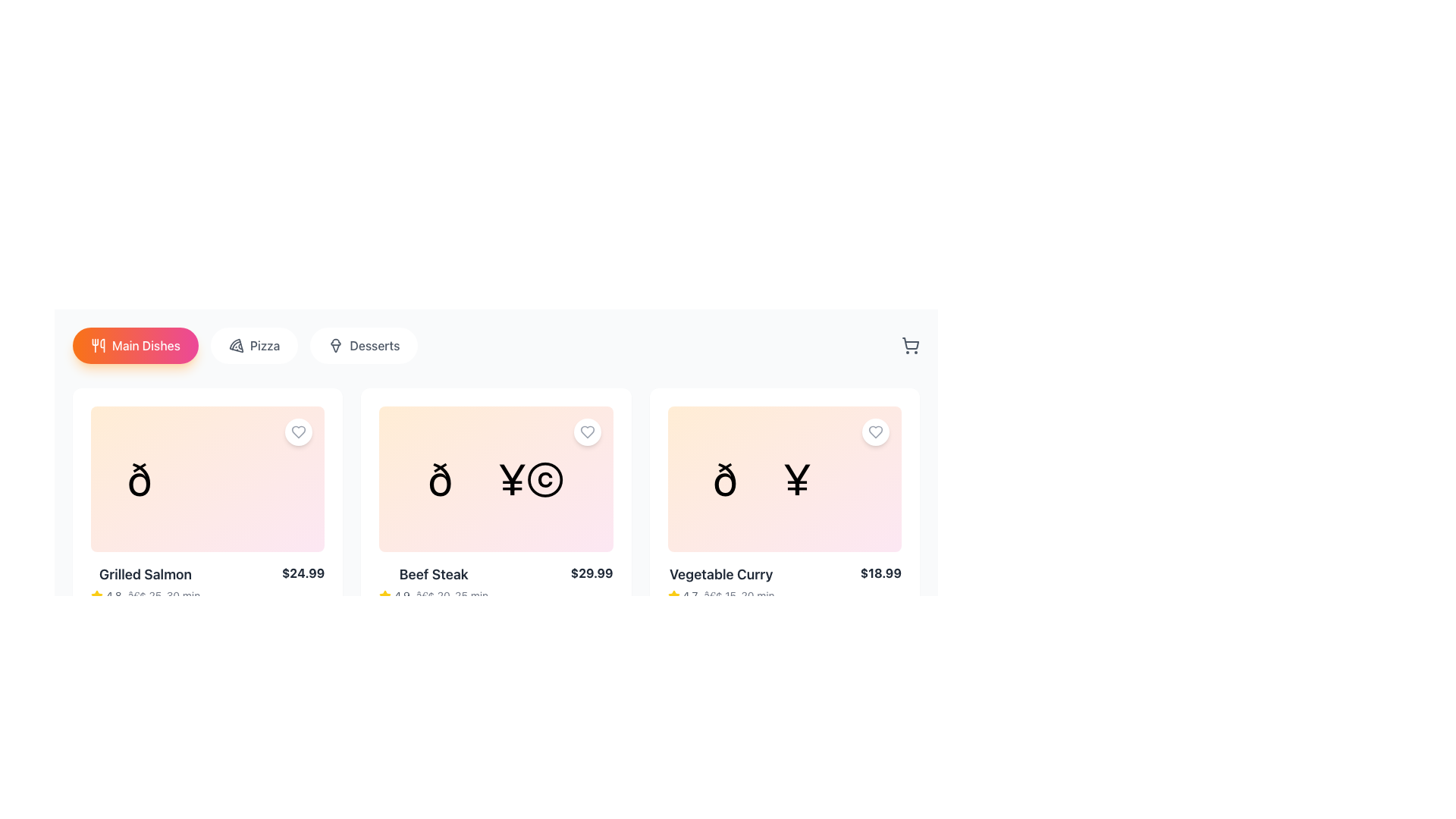 This screenshot has width=1456, height=819. I want to click on the static text label displaying the price of the food item 'Grilled Salmon', located at the bottom-right corner of the food item card, so click(303, 573).